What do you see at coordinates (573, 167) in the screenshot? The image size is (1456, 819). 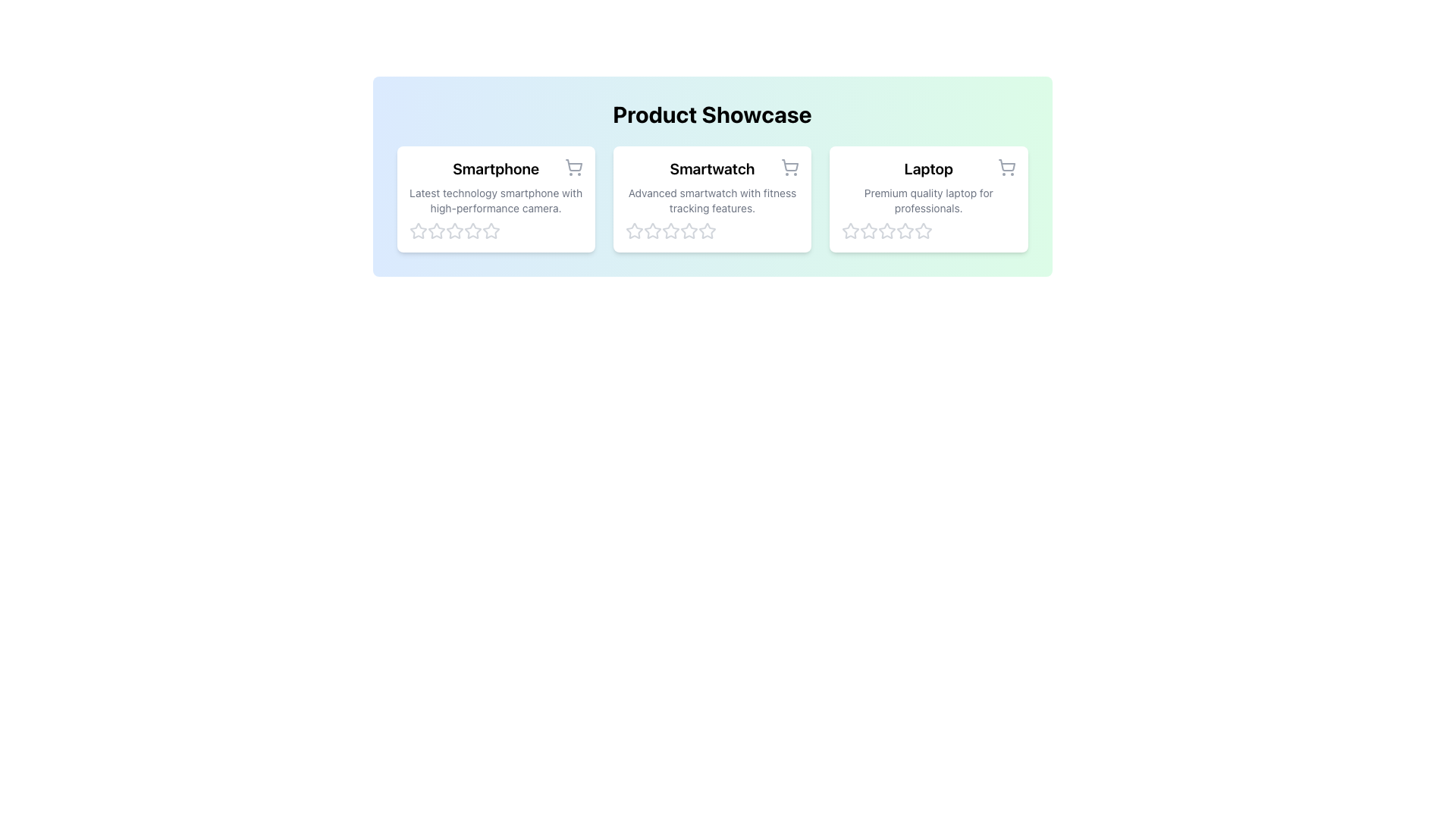 I see `the shopping cart icon located at the top-right corner of the smartphone product card` at bounding box center [573, 167].